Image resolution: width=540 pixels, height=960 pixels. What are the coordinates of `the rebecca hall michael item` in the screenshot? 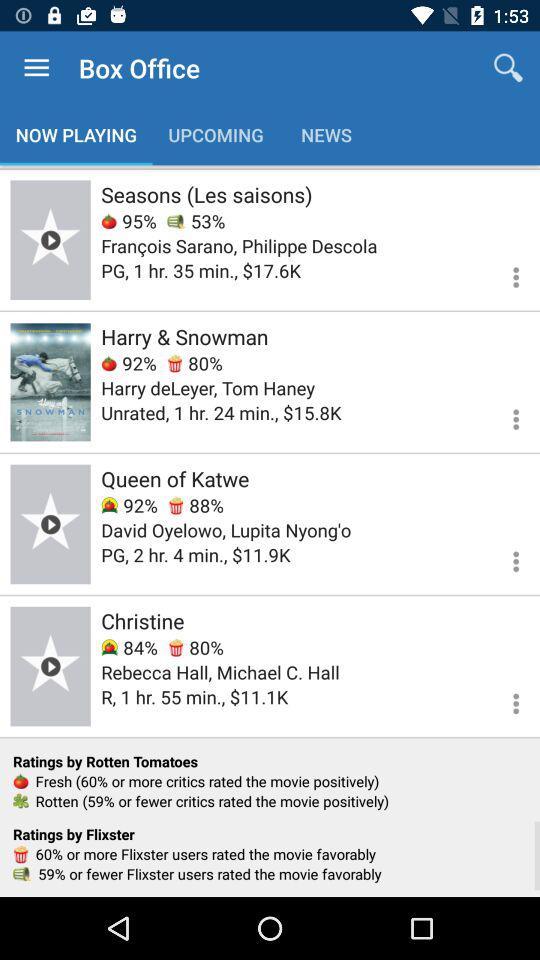 It's located at (219, 672).